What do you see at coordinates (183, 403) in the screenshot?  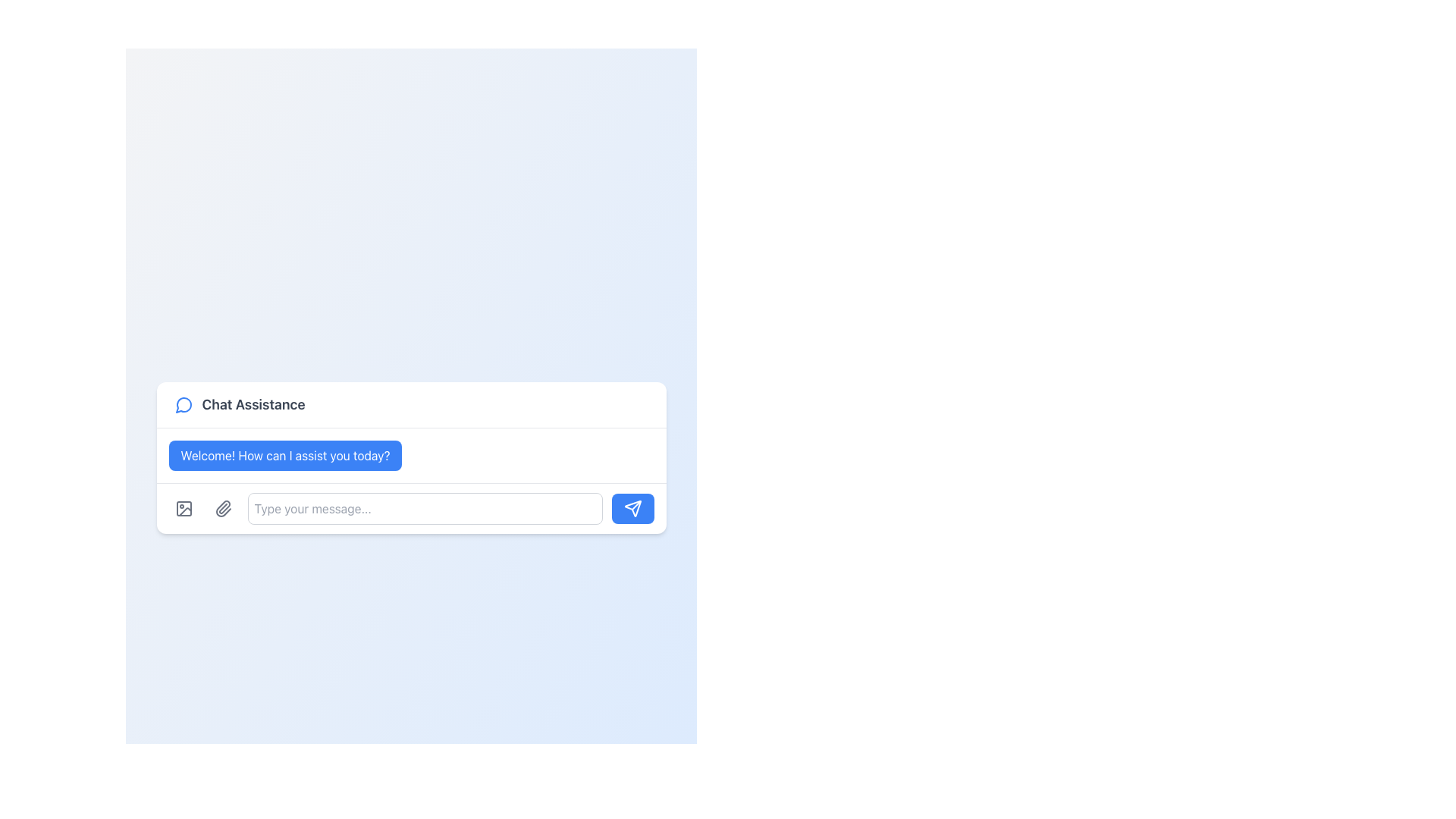 I see `the blue circular chat icon depicted as a speech bubble outline with a dot inside, located in the heading section to the left of 'Chat Assistance'` at bounding box center [183, 403].